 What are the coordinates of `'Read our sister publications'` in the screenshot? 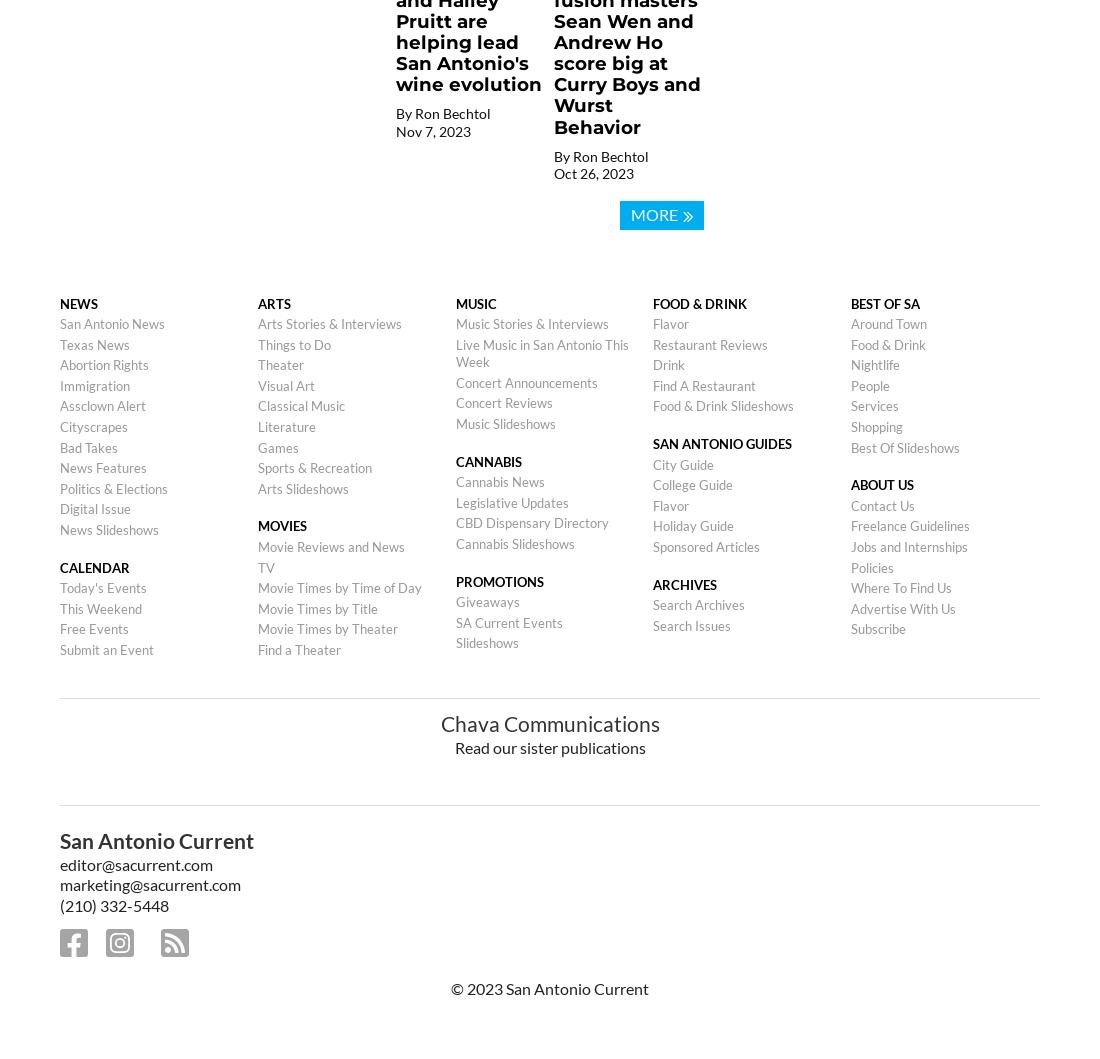 It's located at (549, 745).